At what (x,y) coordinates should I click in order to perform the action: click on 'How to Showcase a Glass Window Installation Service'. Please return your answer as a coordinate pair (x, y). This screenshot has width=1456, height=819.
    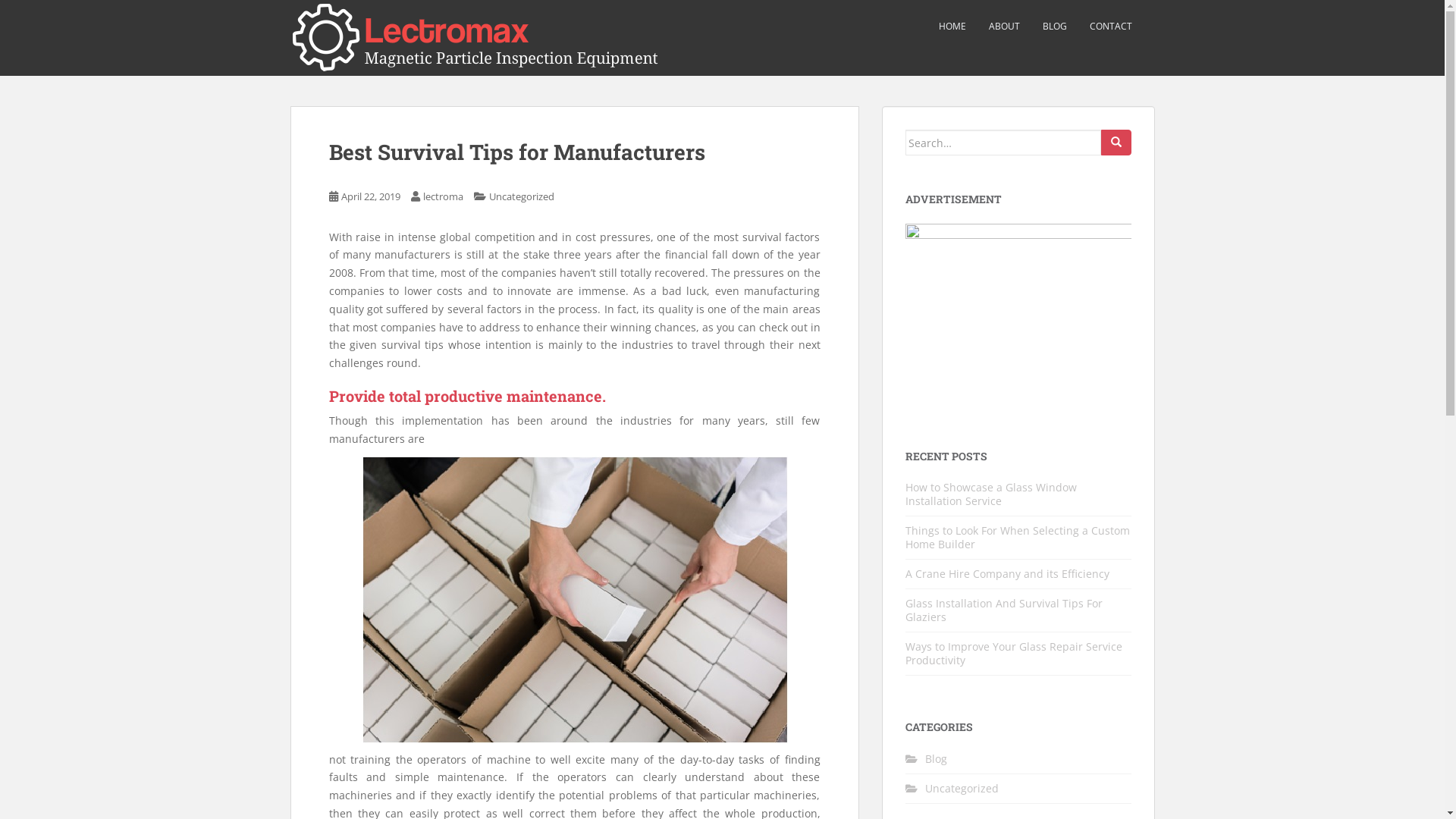
    Looking at the image, I should click on (990, 494).